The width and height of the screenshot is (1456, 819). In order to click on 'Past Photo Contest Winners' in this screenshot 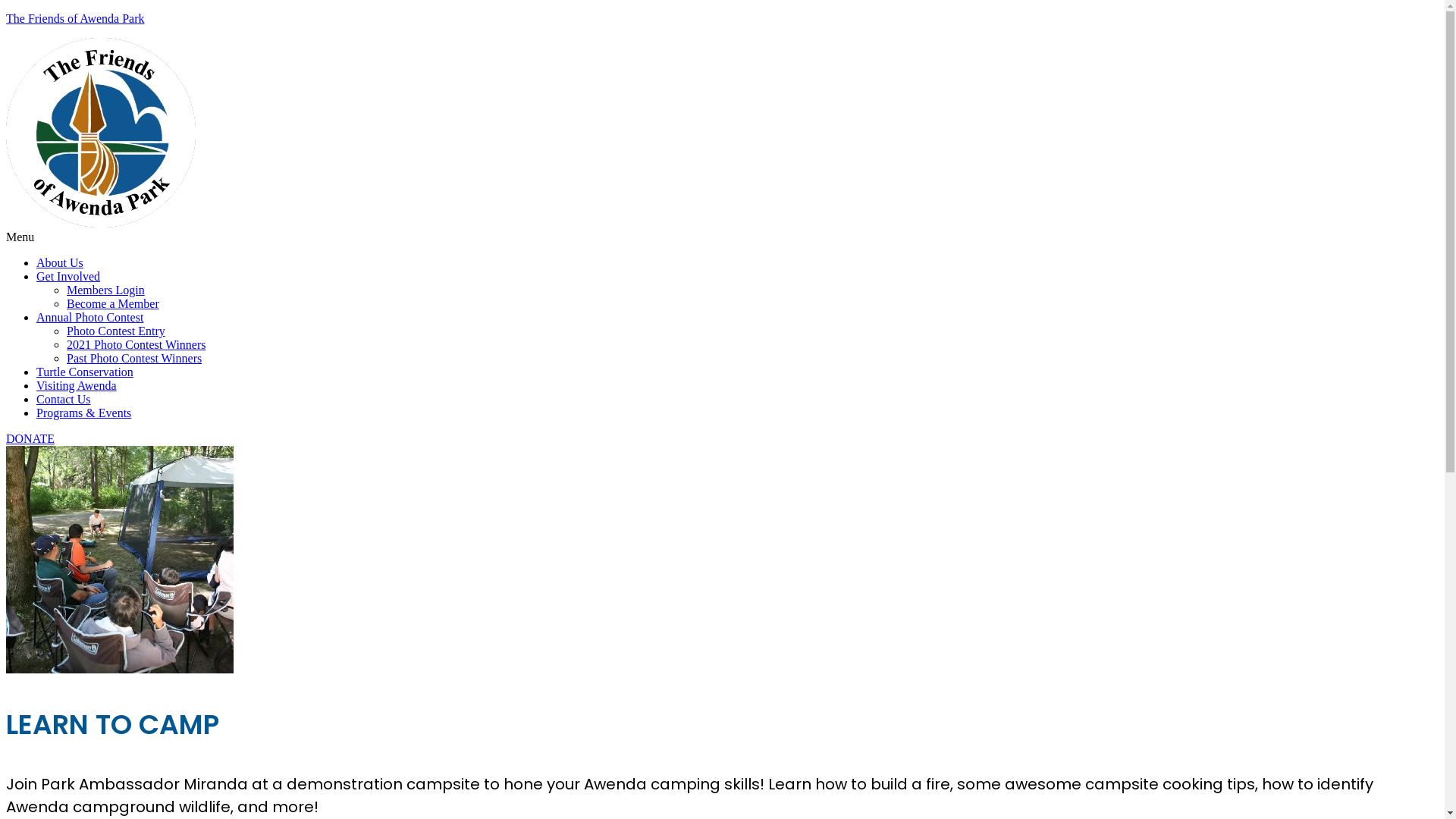, I will do `click(65, 358)`.